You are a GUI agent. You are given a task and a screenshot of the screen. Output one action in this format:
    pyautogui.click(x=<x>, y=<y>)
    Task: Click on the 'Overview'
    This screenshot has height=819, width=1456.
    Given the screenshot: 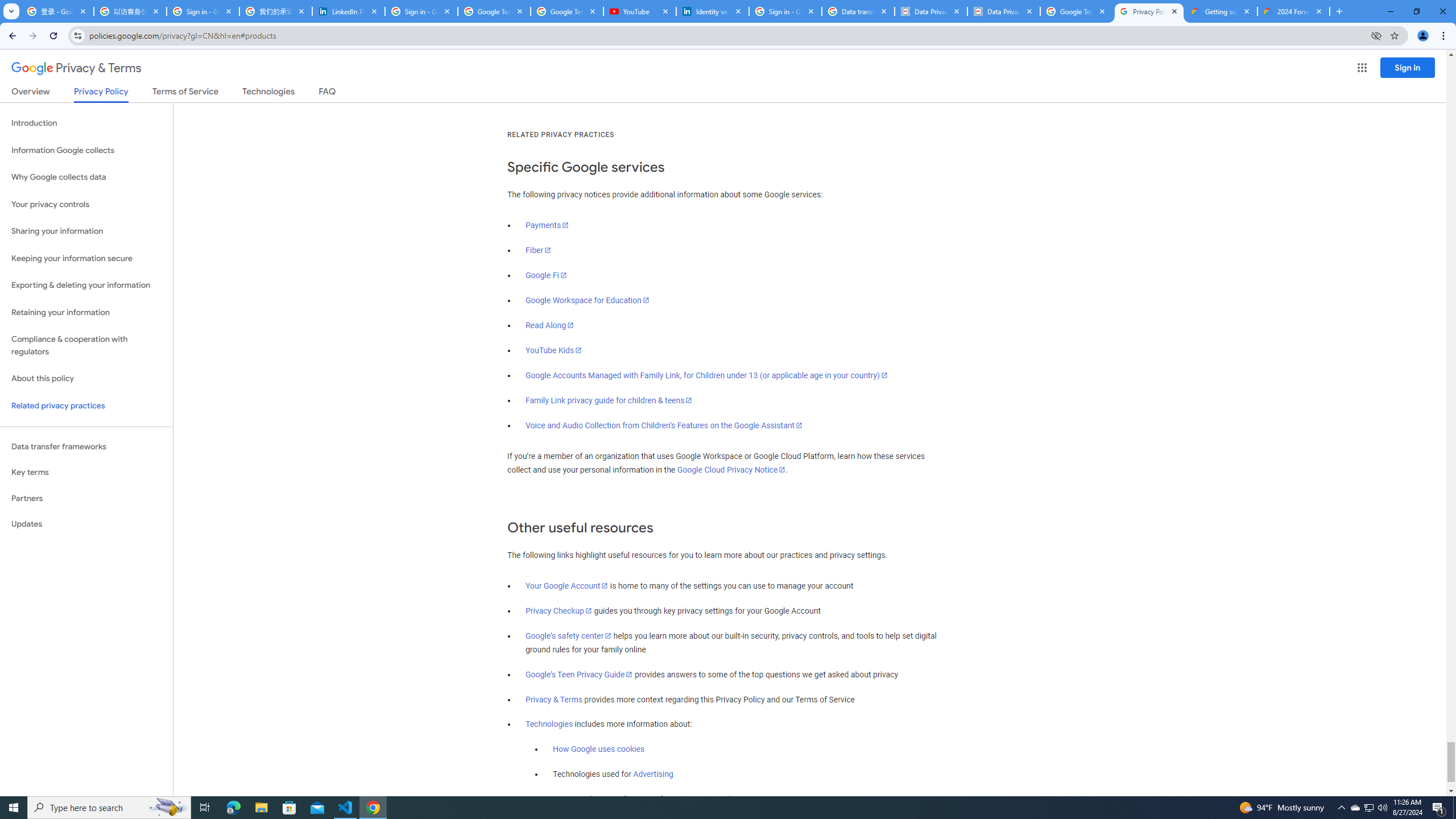 What is the action you would take?
    pyautogui.click(x=30, y=93)
    